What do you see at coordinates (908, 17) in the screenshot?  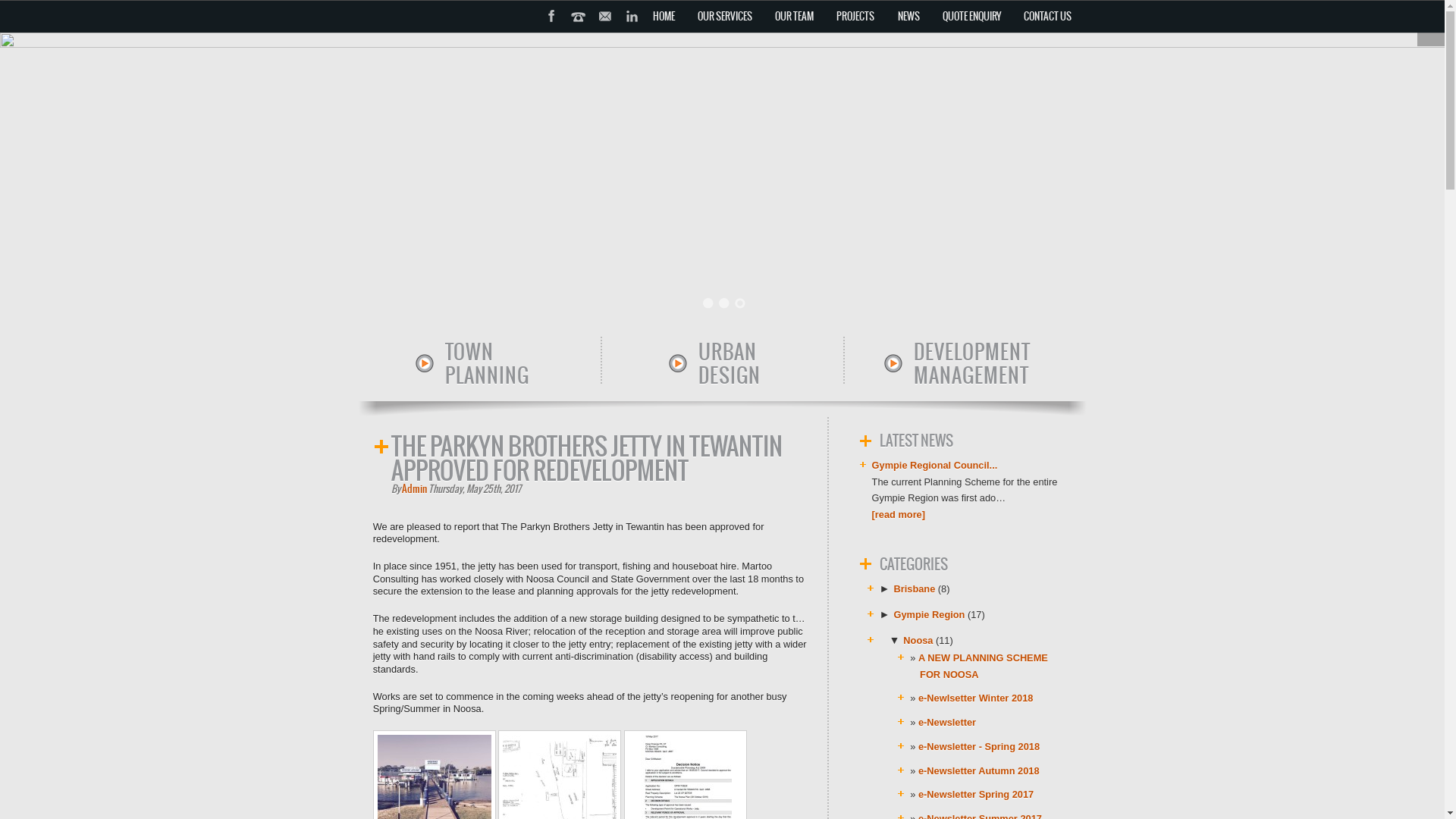 I see `'NEWS'` at bounding box center [908, 17].